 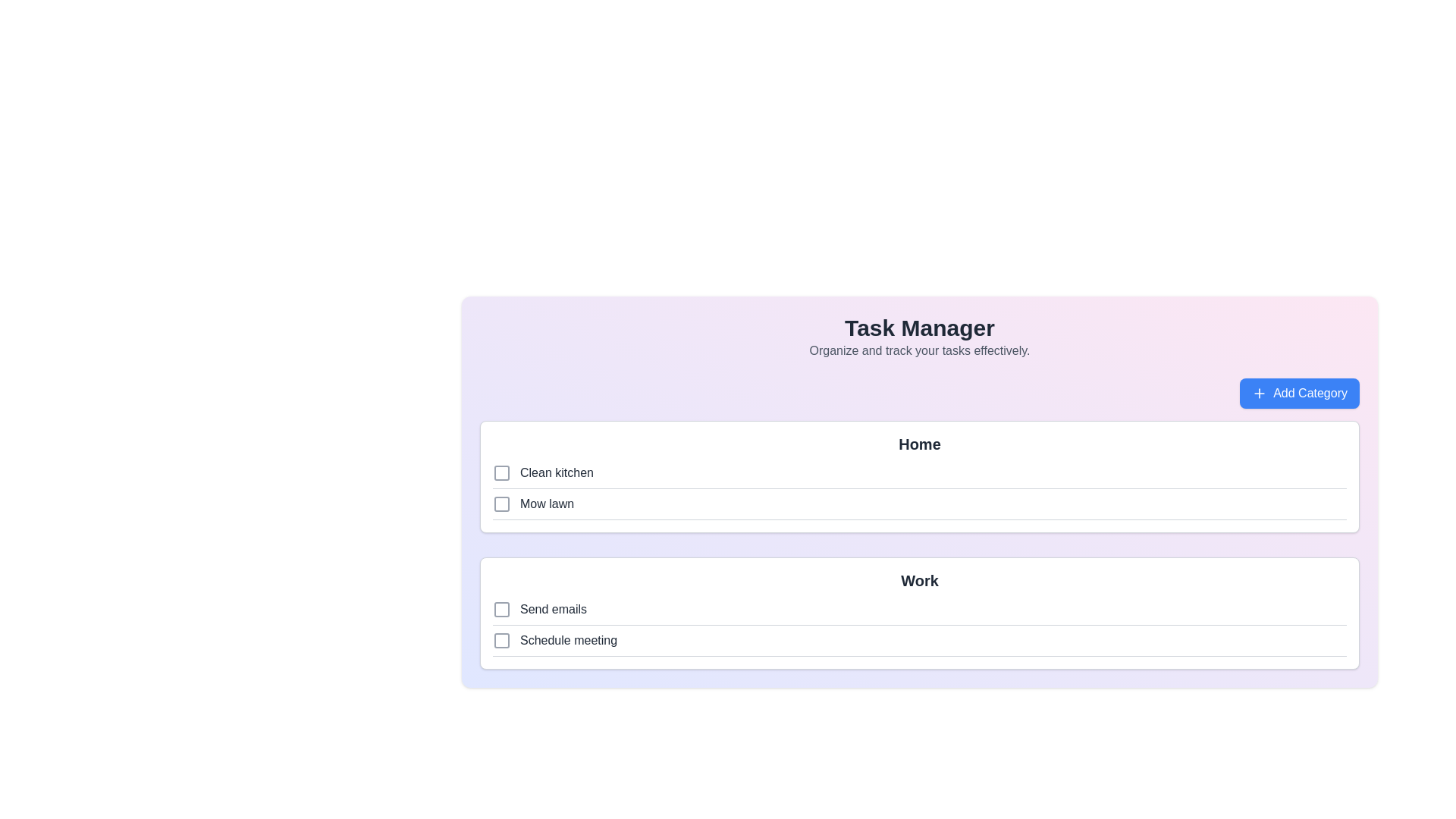 What do you see at coordinates (502, 640) in the screenshot?
I see `the checkbox used to select or deselect the 'Schedule meeting' task located near the left side of the line containing that text in the checklist under the 'Work' section` at bounding box center [502, 640].